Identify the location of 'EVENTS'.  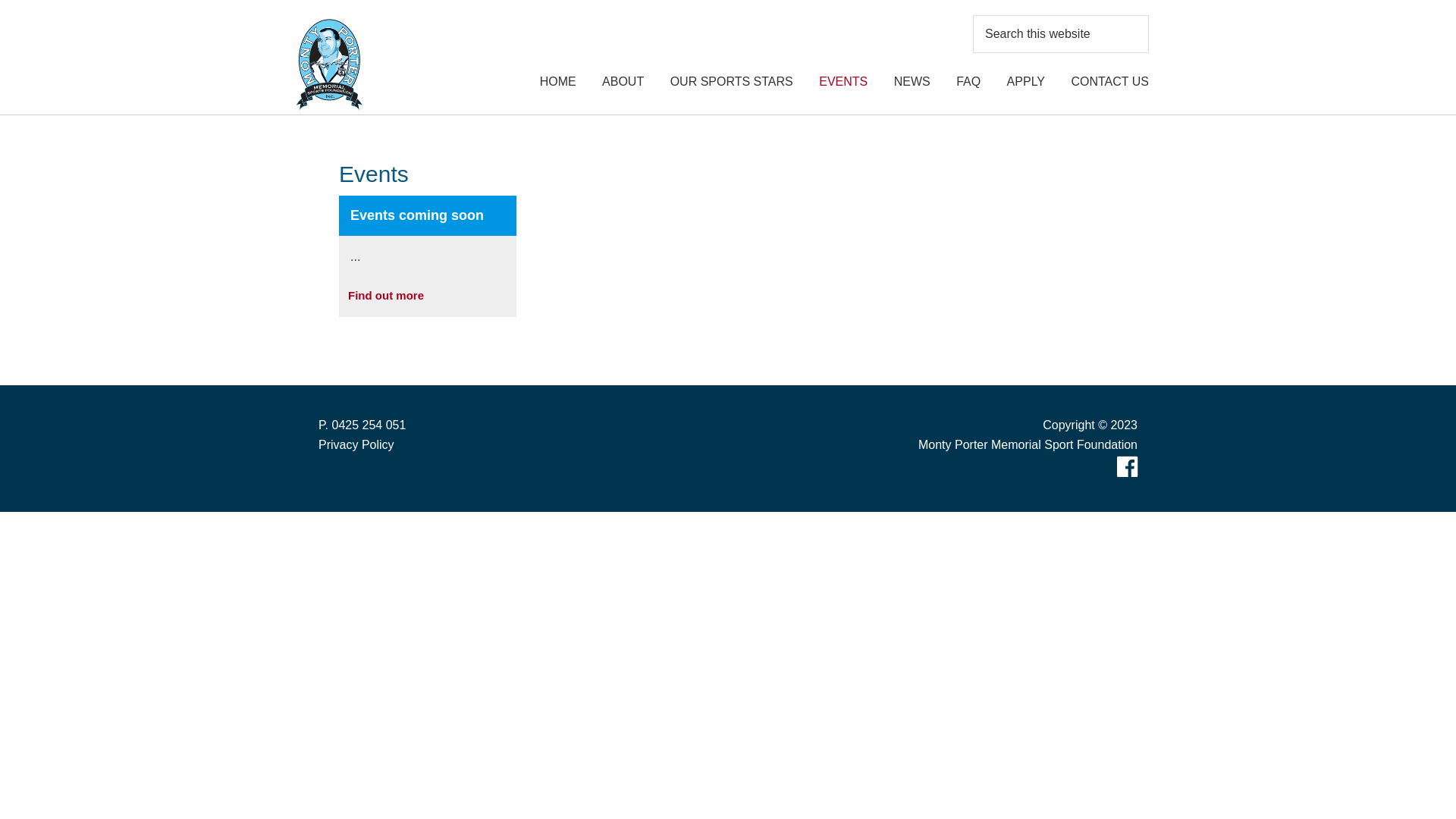
(807, 82).